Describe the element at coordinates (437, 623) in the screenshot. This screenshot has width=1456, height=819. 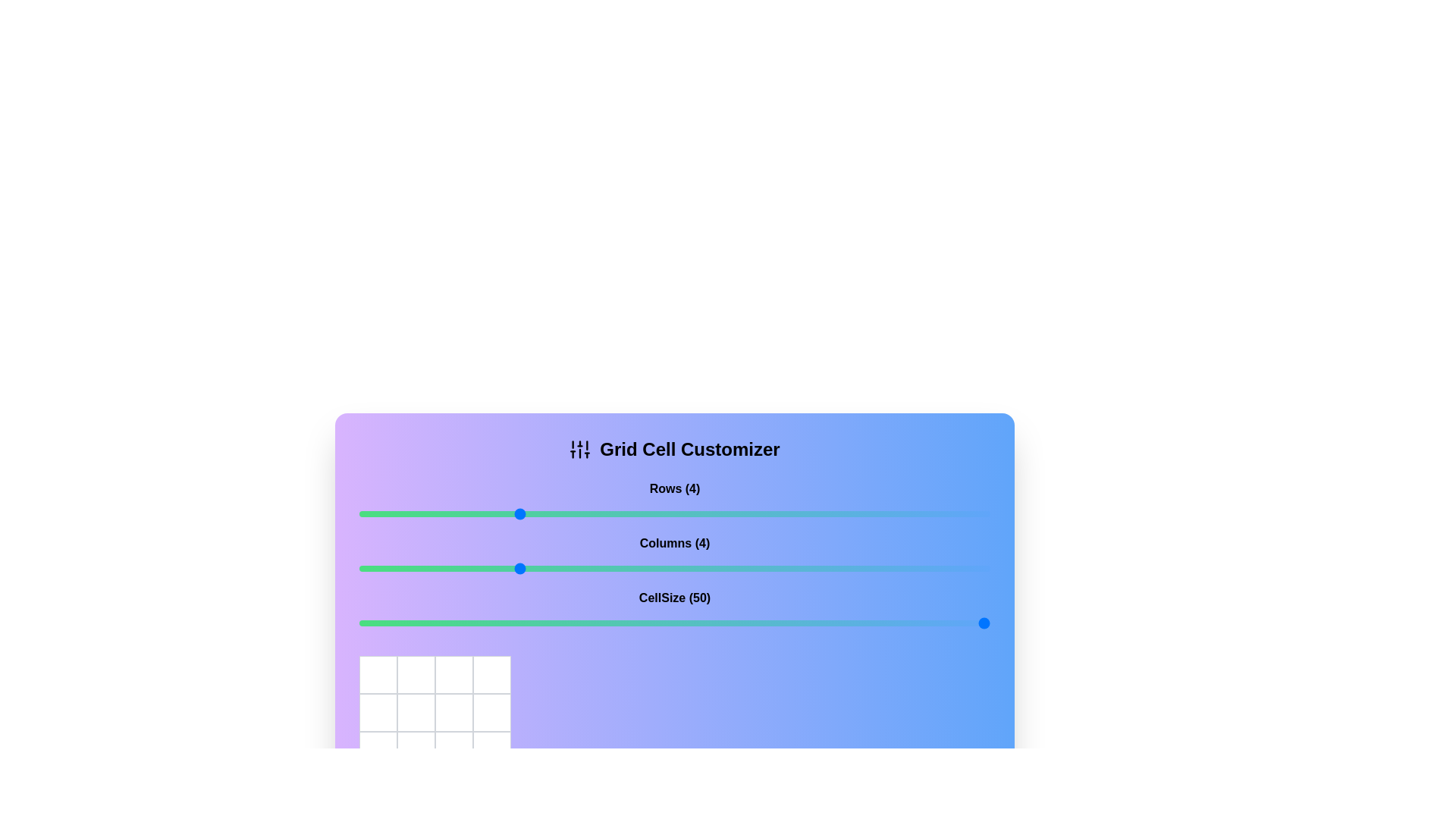
I see `the 'CellSize' slider to 3 value` at that location.